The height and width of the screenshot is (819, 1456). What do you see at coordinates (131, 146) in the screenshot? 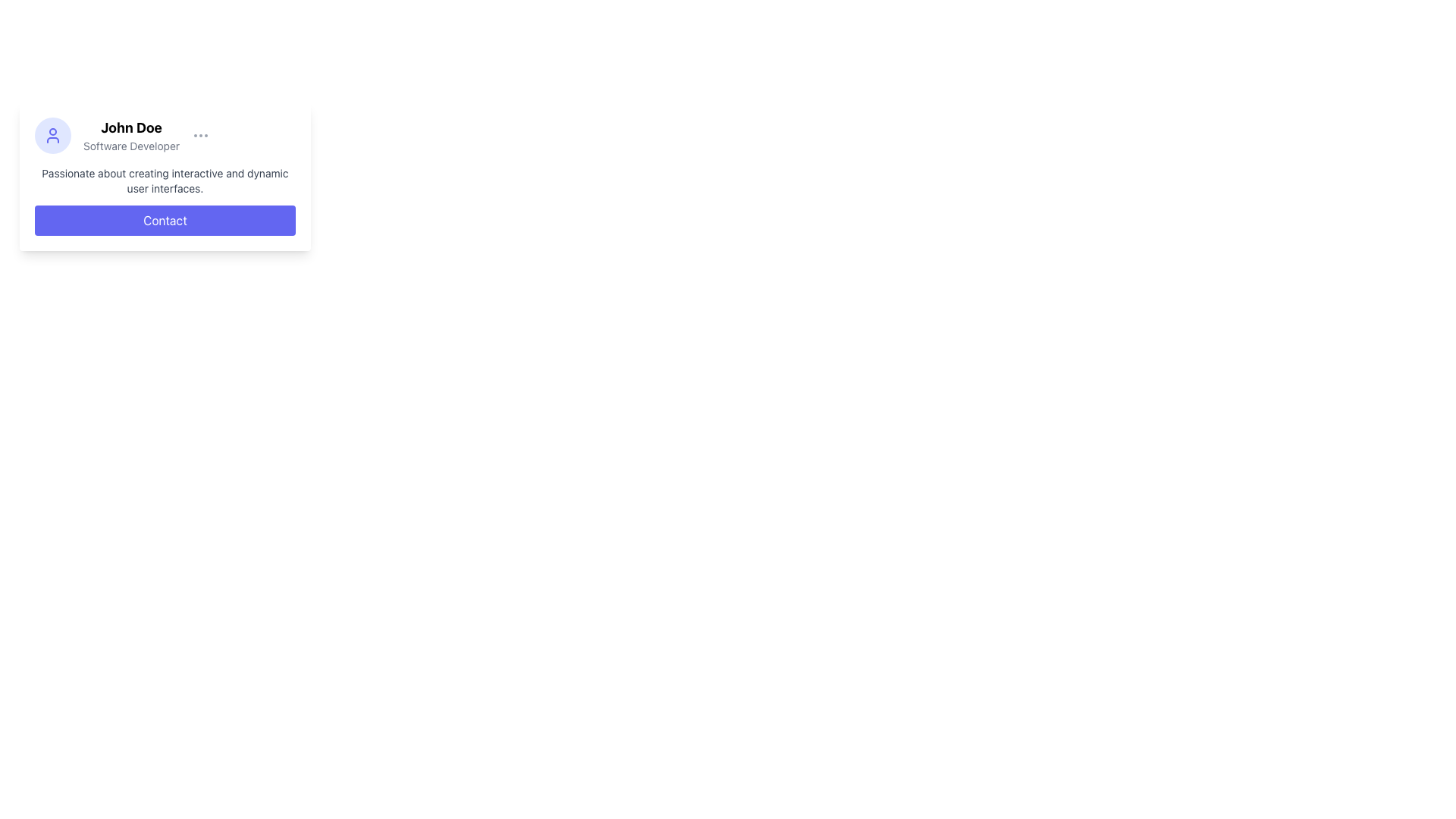
I see `the text label that displays 'Software Developer', which is styled in a smaller font size and lighter gray color, located beneath the name 'John Doe' in a card-like component` at bounding box center [131, 146].